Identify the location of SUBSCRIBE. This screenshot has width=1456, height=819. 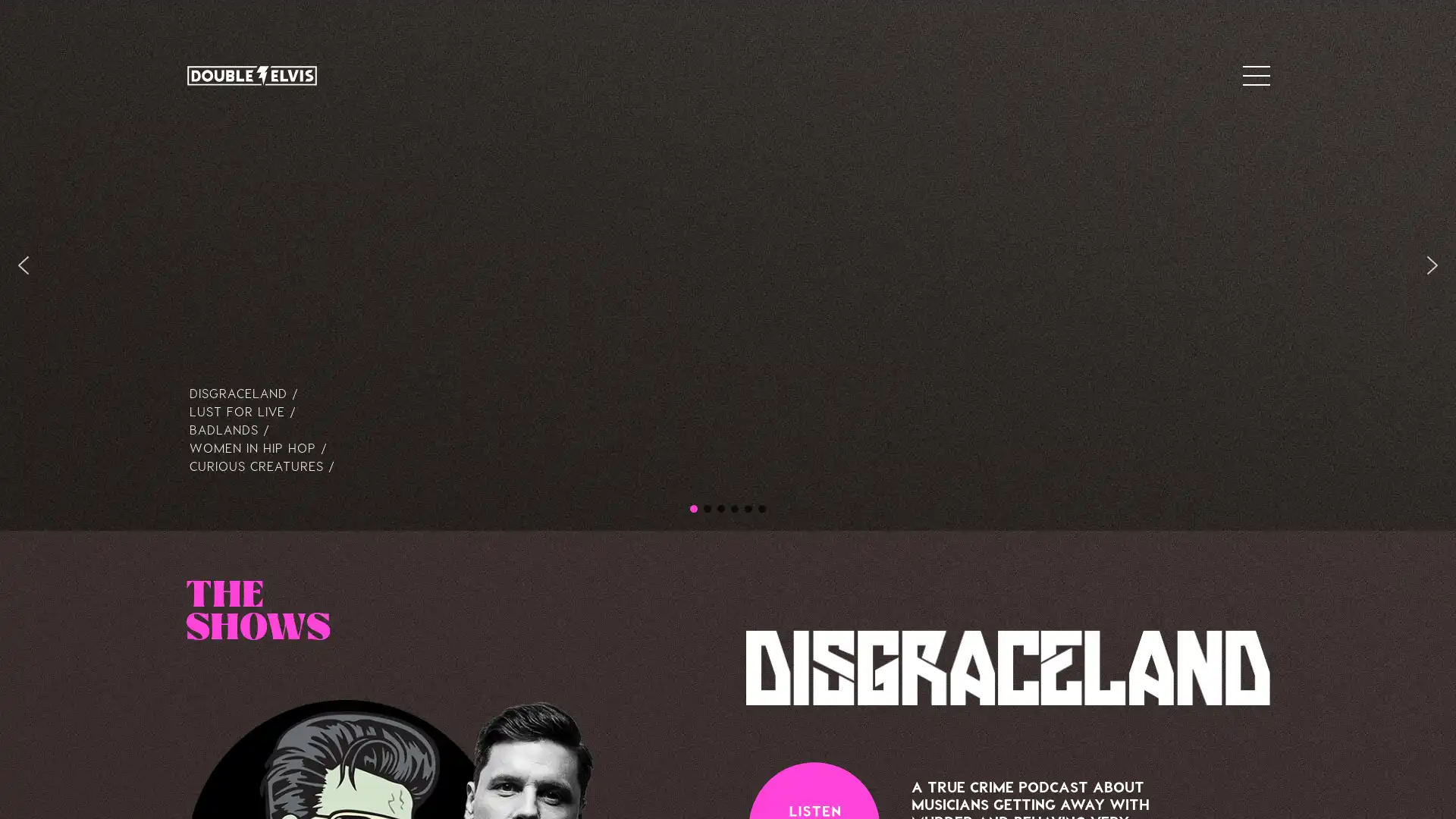
(728, 522).